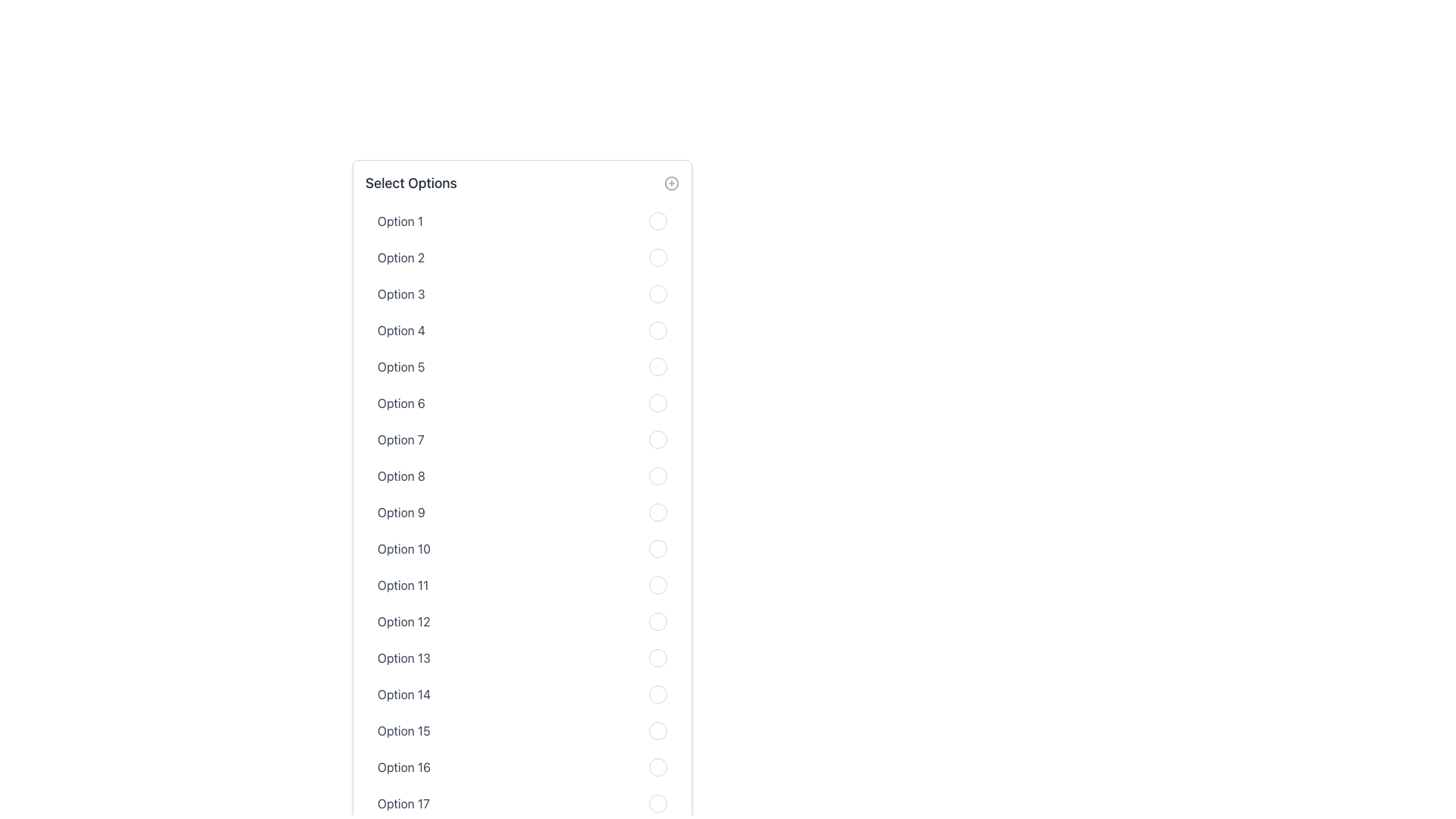 The width and height of the screenshot is (1456, 819). I want to click on the text label displaying 'Option 16', which is styled in dark gray and positioned as the sixteenth item in a vertical list of options, so click(403, 767).